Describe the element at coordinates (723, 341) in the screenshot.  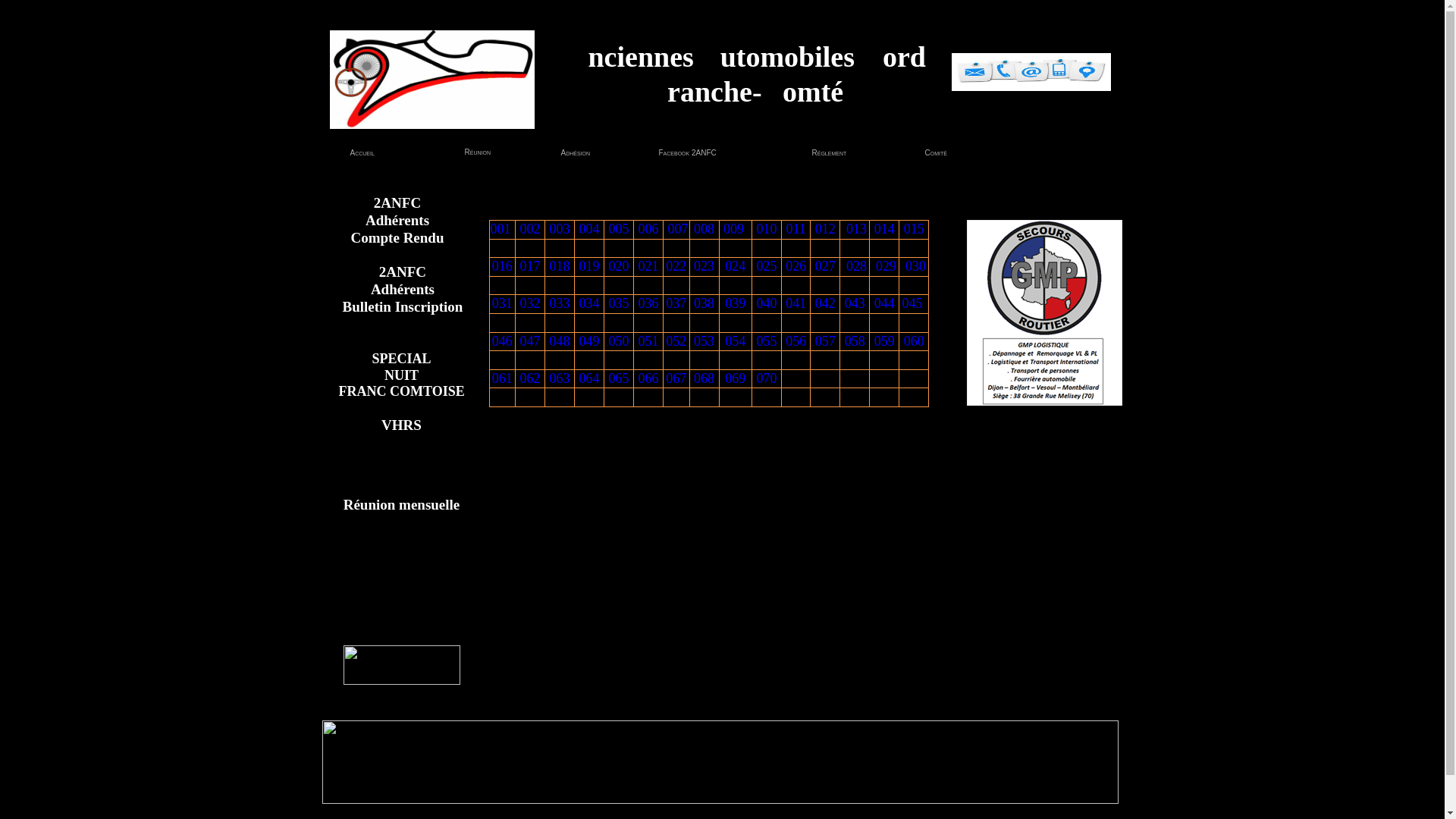
I see `'054'` at that location.